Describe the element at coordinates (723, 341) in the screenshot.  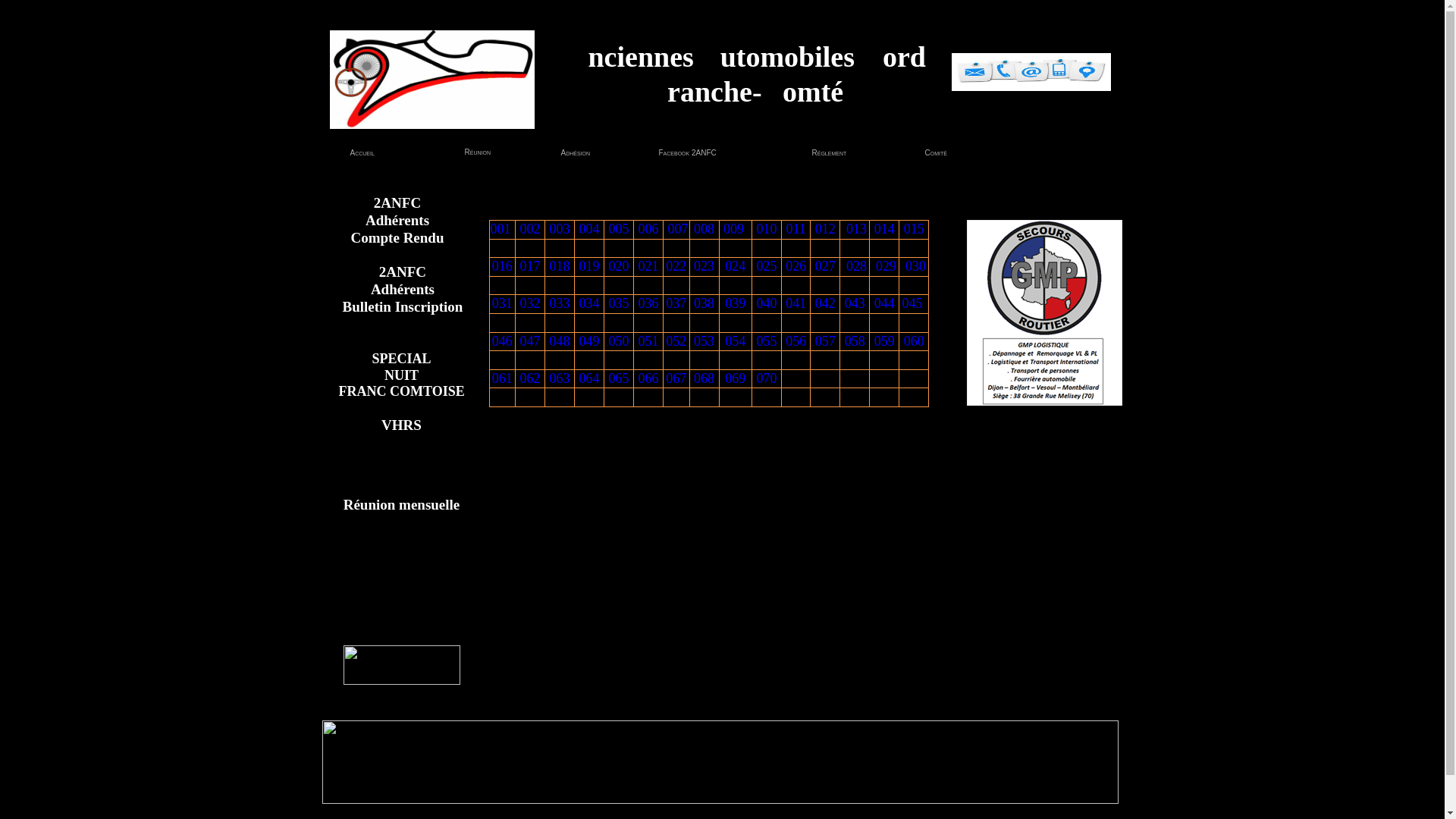
I see `'054'` at that location.